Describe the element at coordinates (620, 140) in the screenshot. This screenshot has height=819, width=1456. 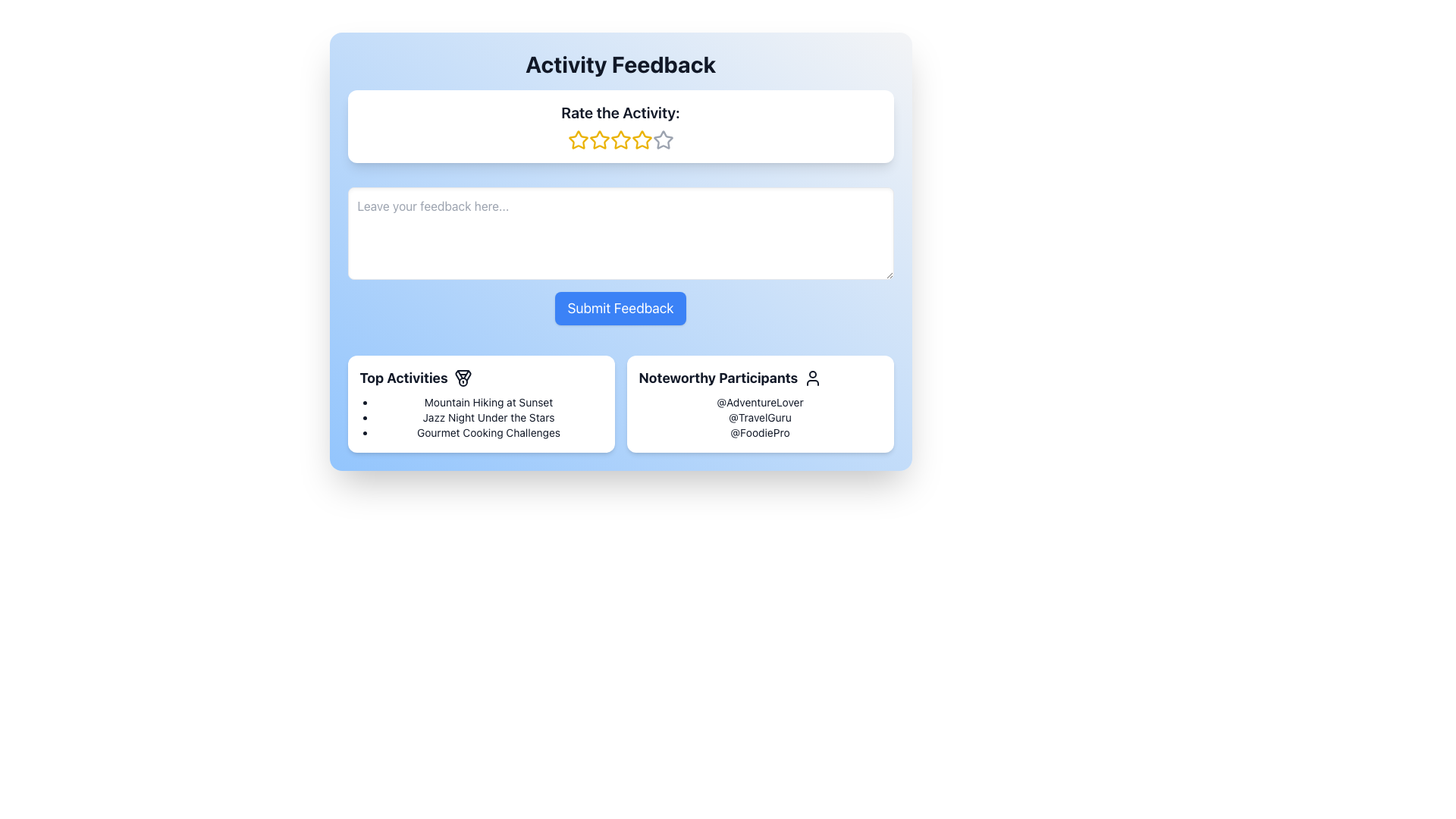
I see `the third filled yellow star icon in the rating section labeled 'Rate the Activity:'` at that location.